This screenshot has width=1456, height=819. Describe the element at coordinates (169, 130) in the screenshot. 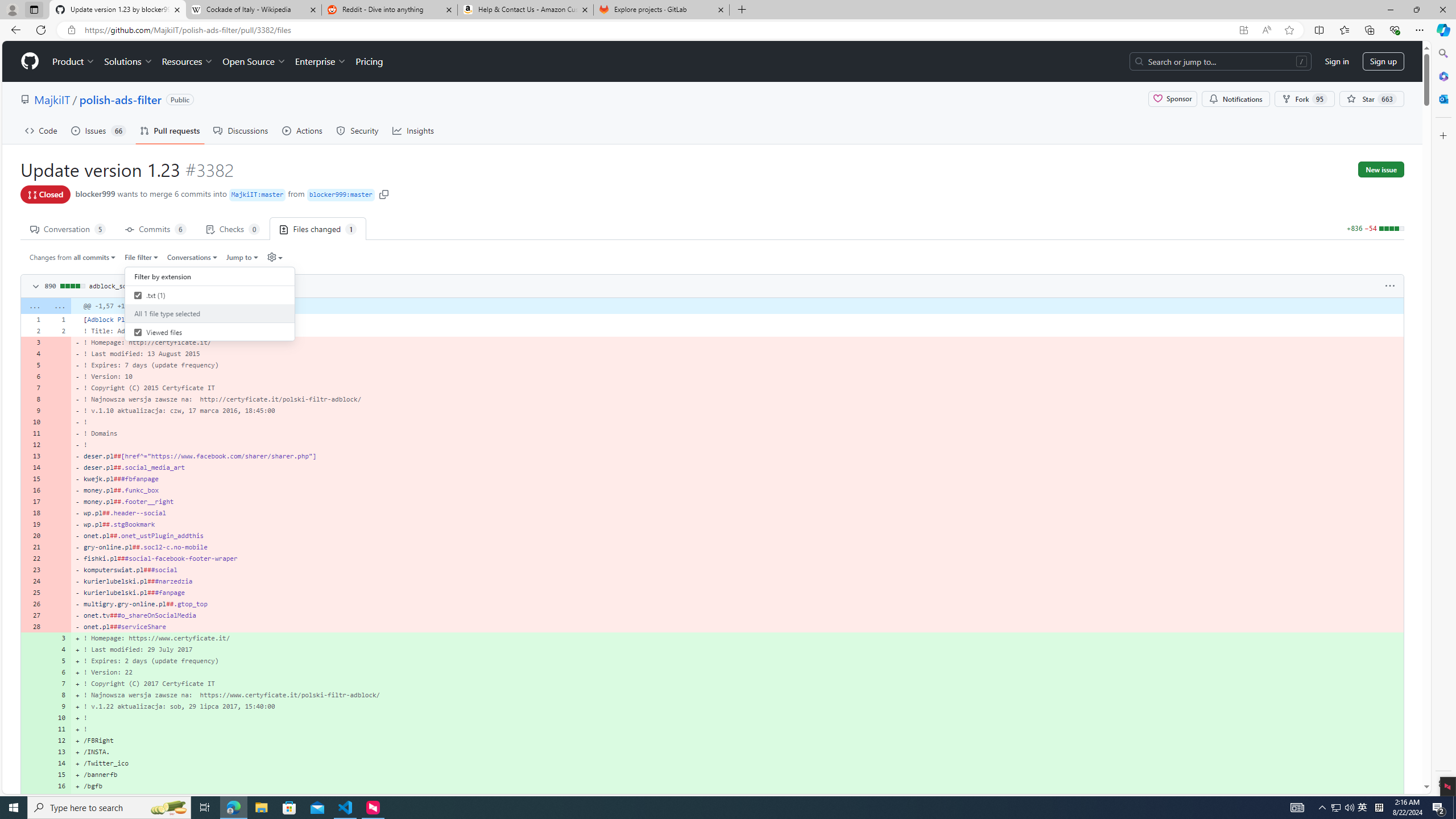

I see `'Pull requests'` at that location.